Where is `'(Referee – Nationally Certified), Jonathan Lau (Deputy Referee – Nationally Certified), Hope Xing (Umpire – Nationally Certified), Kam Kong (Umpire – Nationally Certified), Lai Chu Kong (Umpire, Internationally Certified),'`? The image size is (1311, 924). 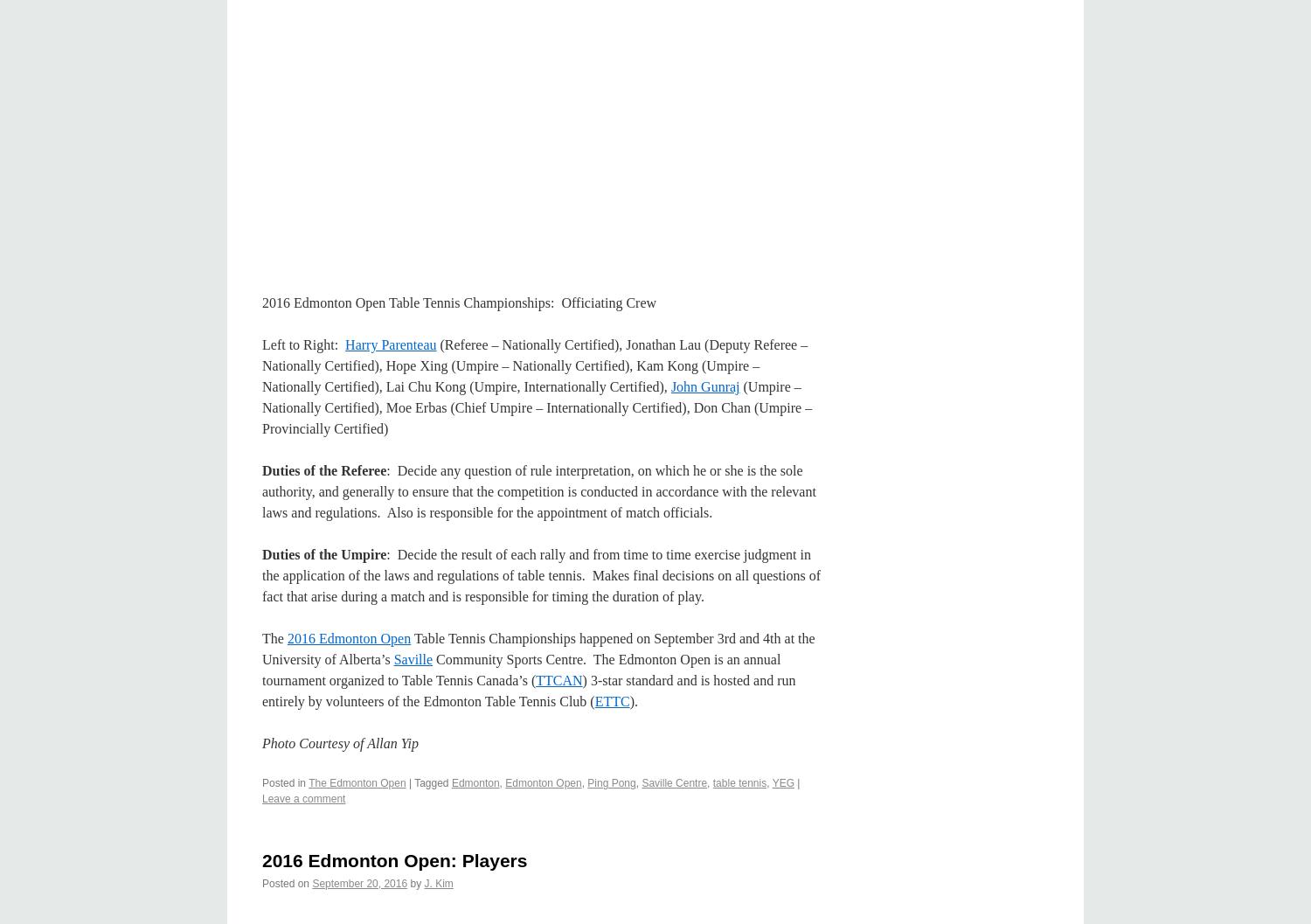 '(Referee – Nationally Certified), Jonathan Lau (Deputy Referee – Nationally Certified), Hope Xing (Umpire – Nationally Certified), Kam Kong (Umpire – Nationally Certified), Lai Chu Kong (Umpire, Internationally Certified),' is located at coordinates (534, 365).